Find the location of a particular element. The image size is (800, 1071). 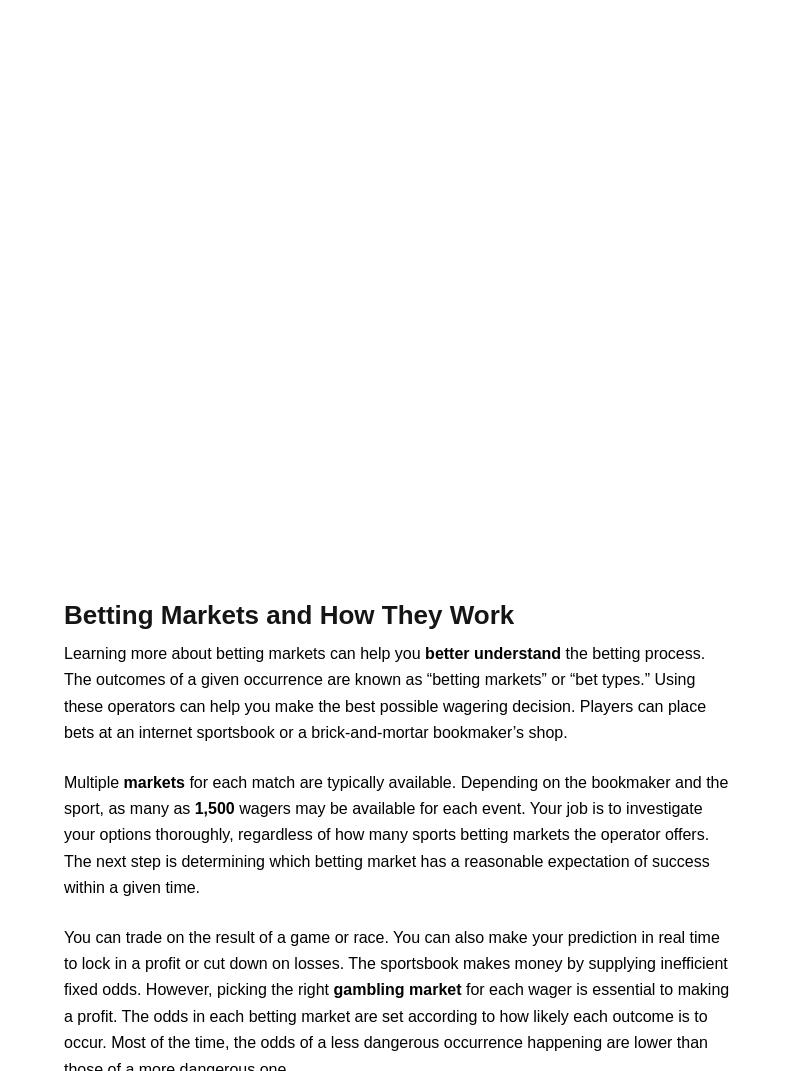

'the betting process. The outcomes of a given occurrence are known as “betting markets” or “bet types.” Using these operators can help you make the best possible wagering decision. Players can place bets at an internet sportsbook or a brick-and-mortar bookmaker’s shop.' is located at coordinates (383, 691).